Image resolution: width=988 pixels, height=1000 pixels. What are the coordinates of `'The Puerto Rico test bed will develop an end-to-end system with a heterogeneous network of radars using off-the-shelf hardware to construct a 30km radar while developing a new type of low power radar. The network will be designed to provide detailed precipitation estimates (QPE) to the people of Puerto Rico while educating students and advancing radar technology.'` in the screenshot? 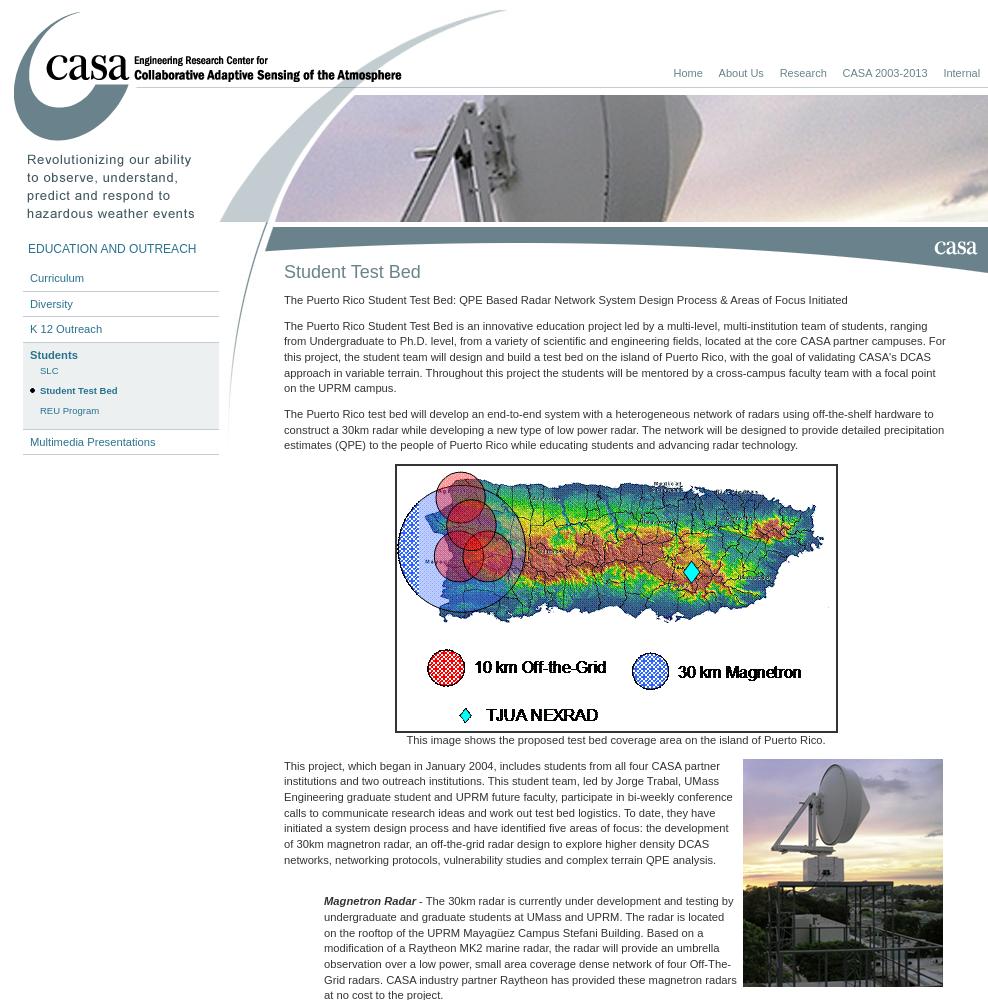 It's located at (282, 429).